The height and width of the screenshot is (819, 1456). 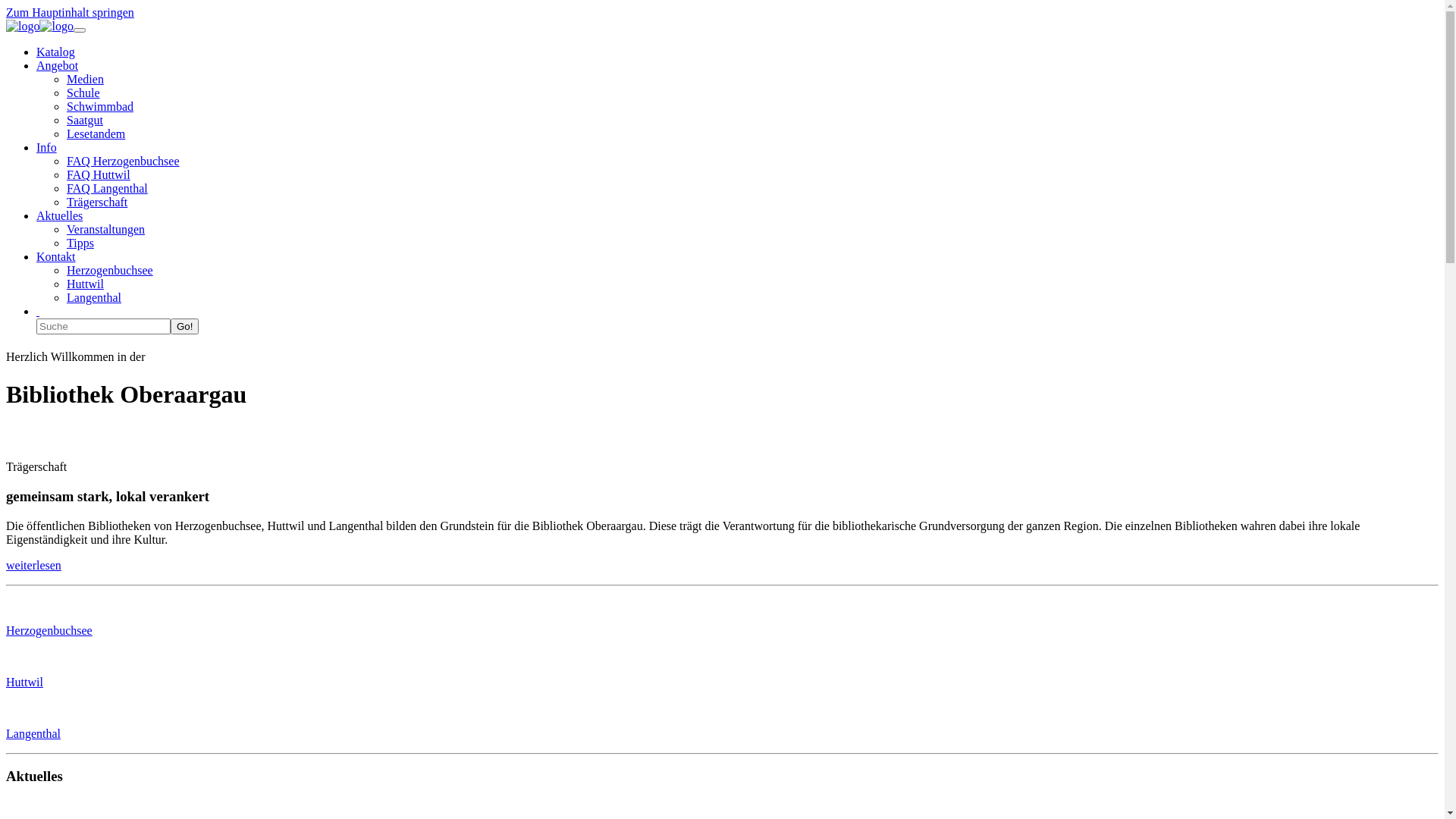 I want to click on 'Info', so click(x=36, y=147).